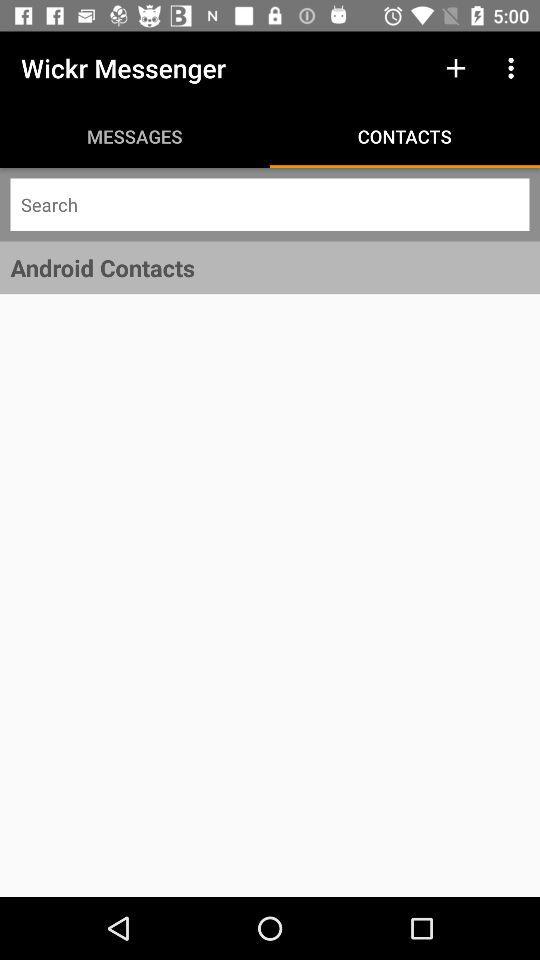 This screenshot has width=540, height=960. What do you see at coordinates (270, 204) in the screenshot?
I see `icon below the messages icon` at bounding box center [270, 204].